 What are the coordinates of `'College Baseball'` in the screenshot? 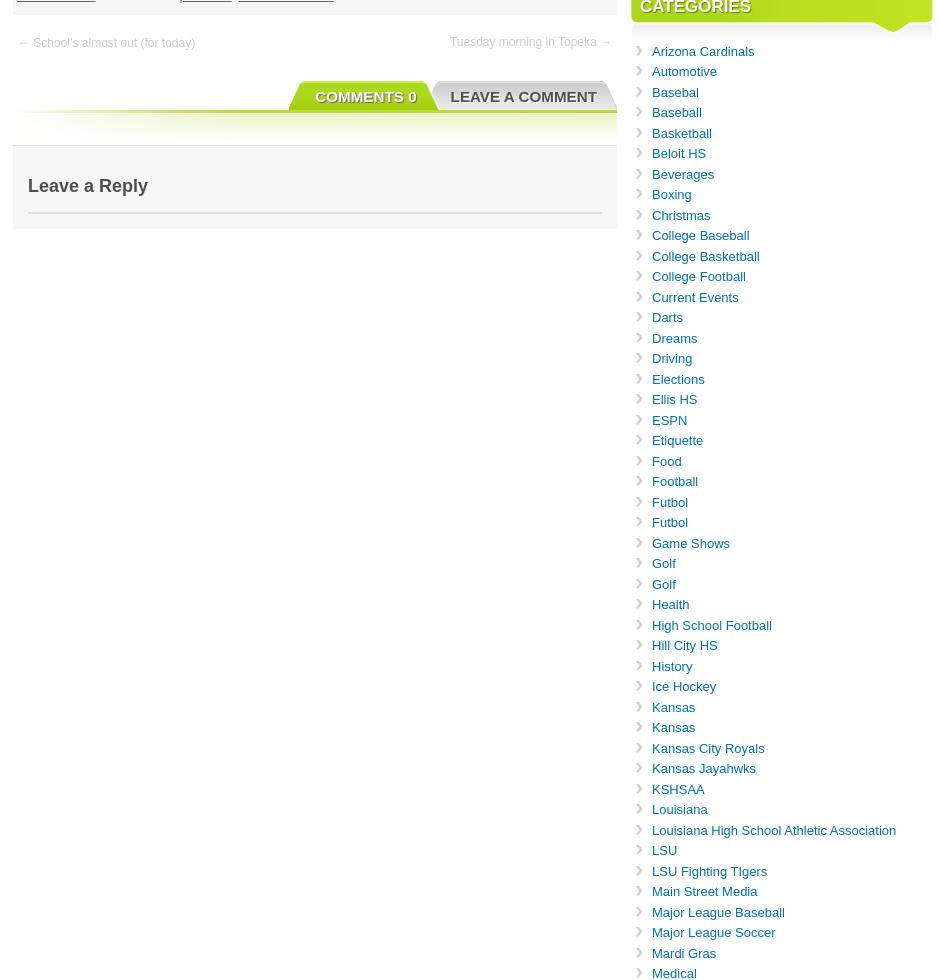 It's located at (699, 235).